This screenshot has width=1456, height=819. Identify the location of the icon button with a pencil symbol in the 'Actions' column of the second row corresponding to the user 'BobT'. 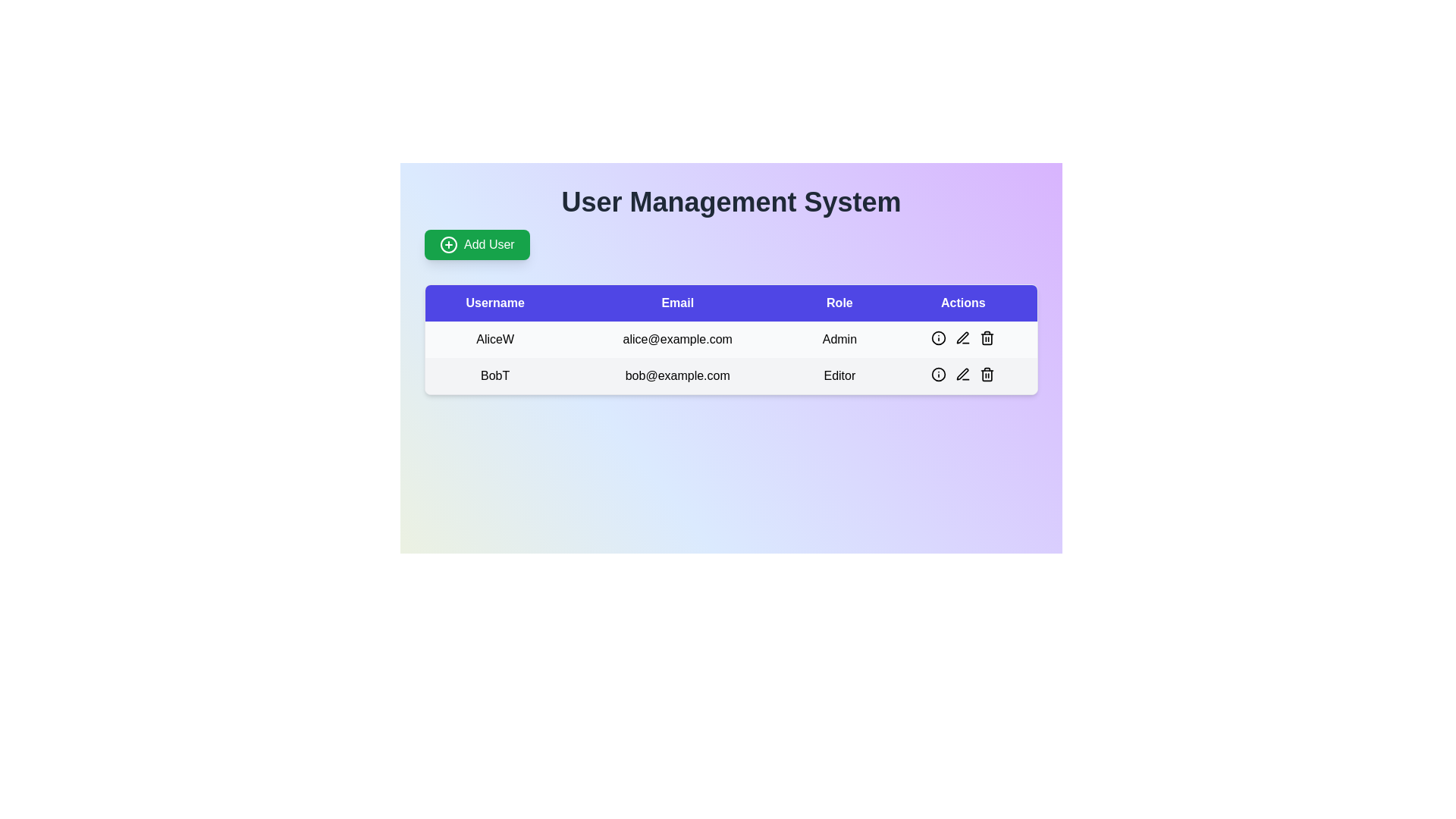
(962, 374).